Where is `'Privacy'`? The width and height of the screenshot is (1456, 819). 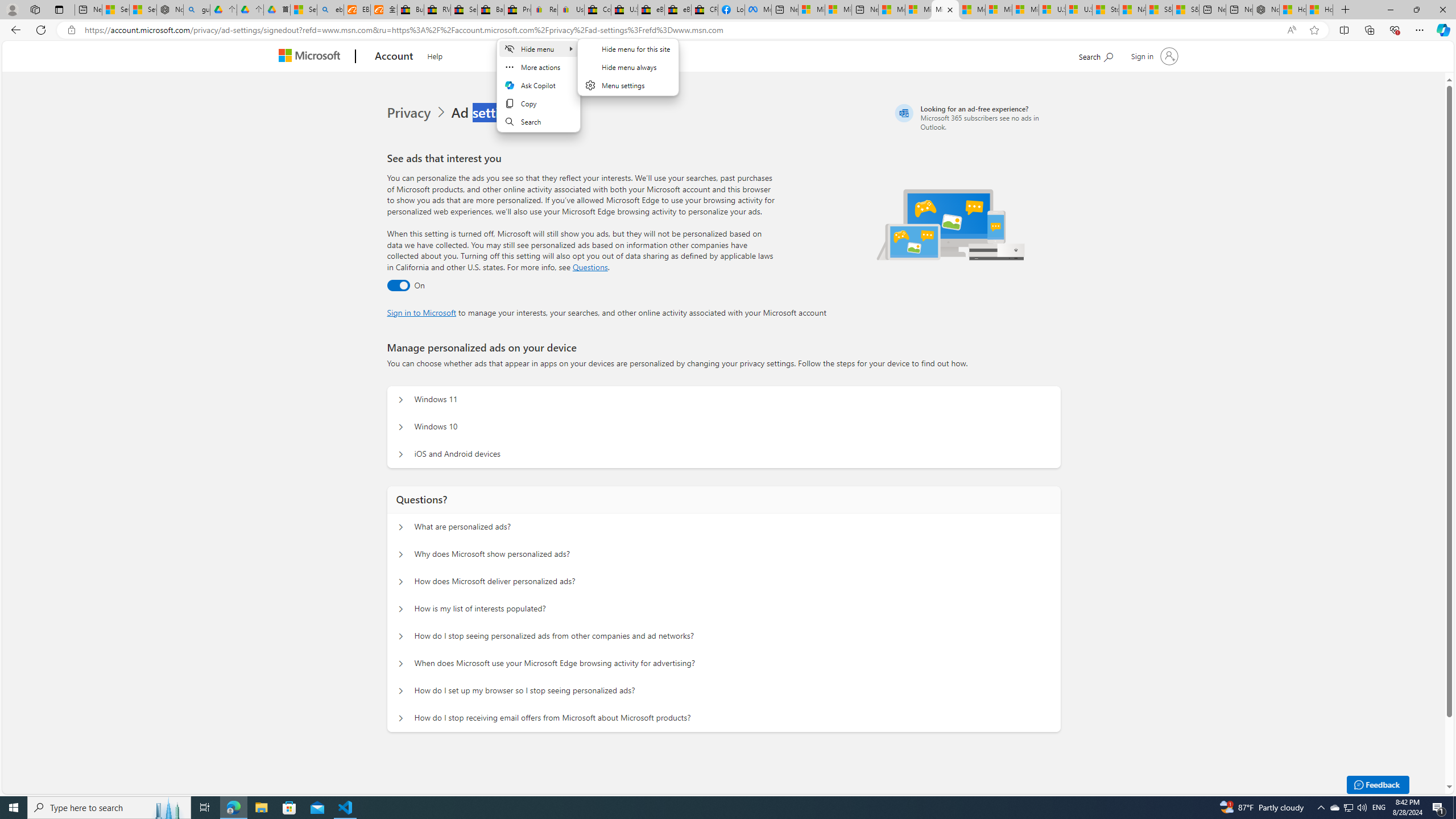 'Privacy' is located at coordinates (418, 113).